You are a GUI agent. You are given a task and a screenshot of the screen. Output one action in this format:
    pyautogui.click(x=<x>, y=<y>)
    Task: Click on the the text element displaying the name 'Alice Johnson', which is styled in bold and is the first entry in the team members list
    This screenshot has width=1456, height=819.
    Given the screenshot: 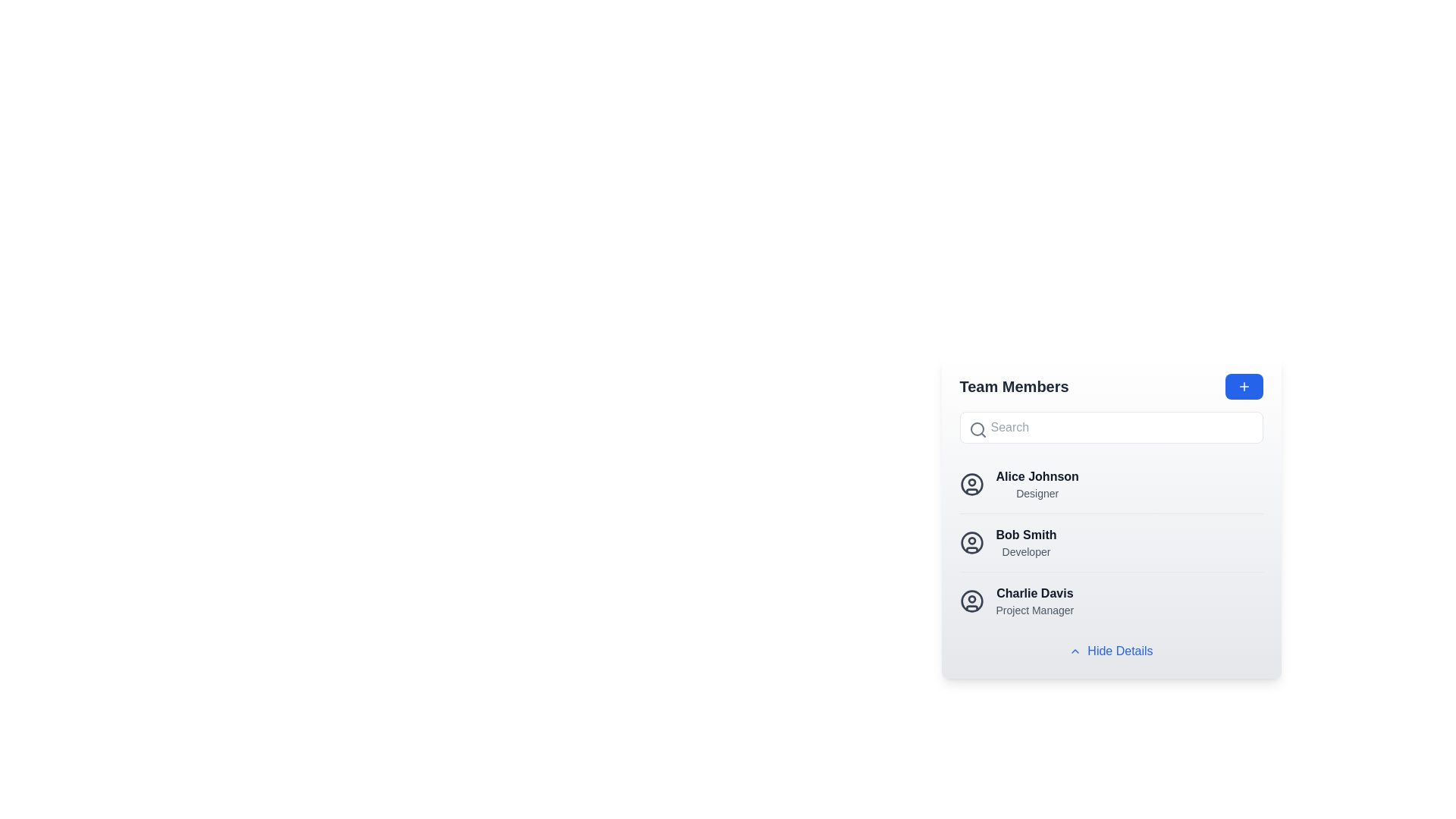 What is the action you would take?
    pyautogui.click(x=1037, y=475)
    